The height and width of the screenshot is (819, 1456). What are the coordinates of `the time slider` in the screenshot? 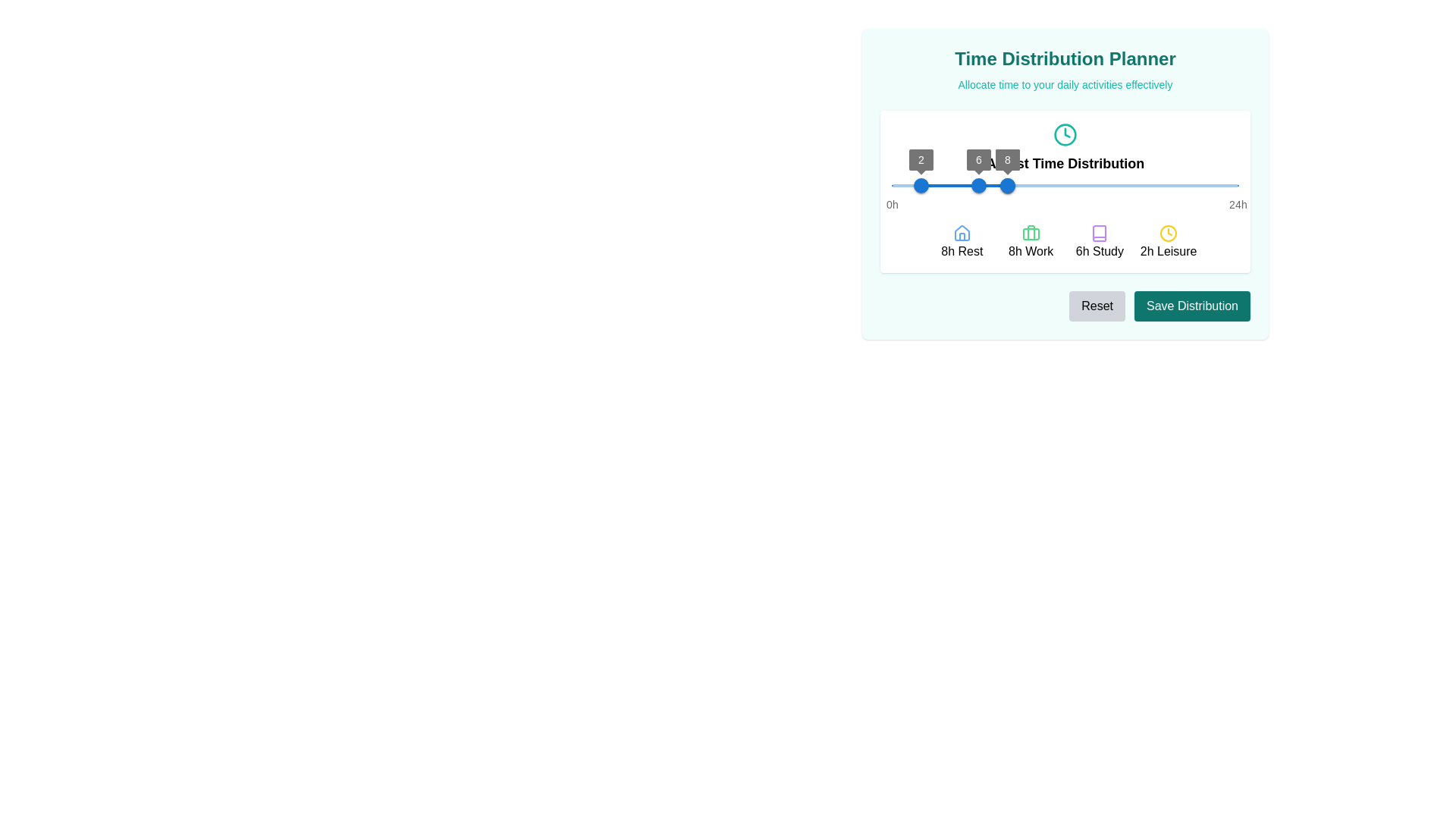 It's located at (996, 185).